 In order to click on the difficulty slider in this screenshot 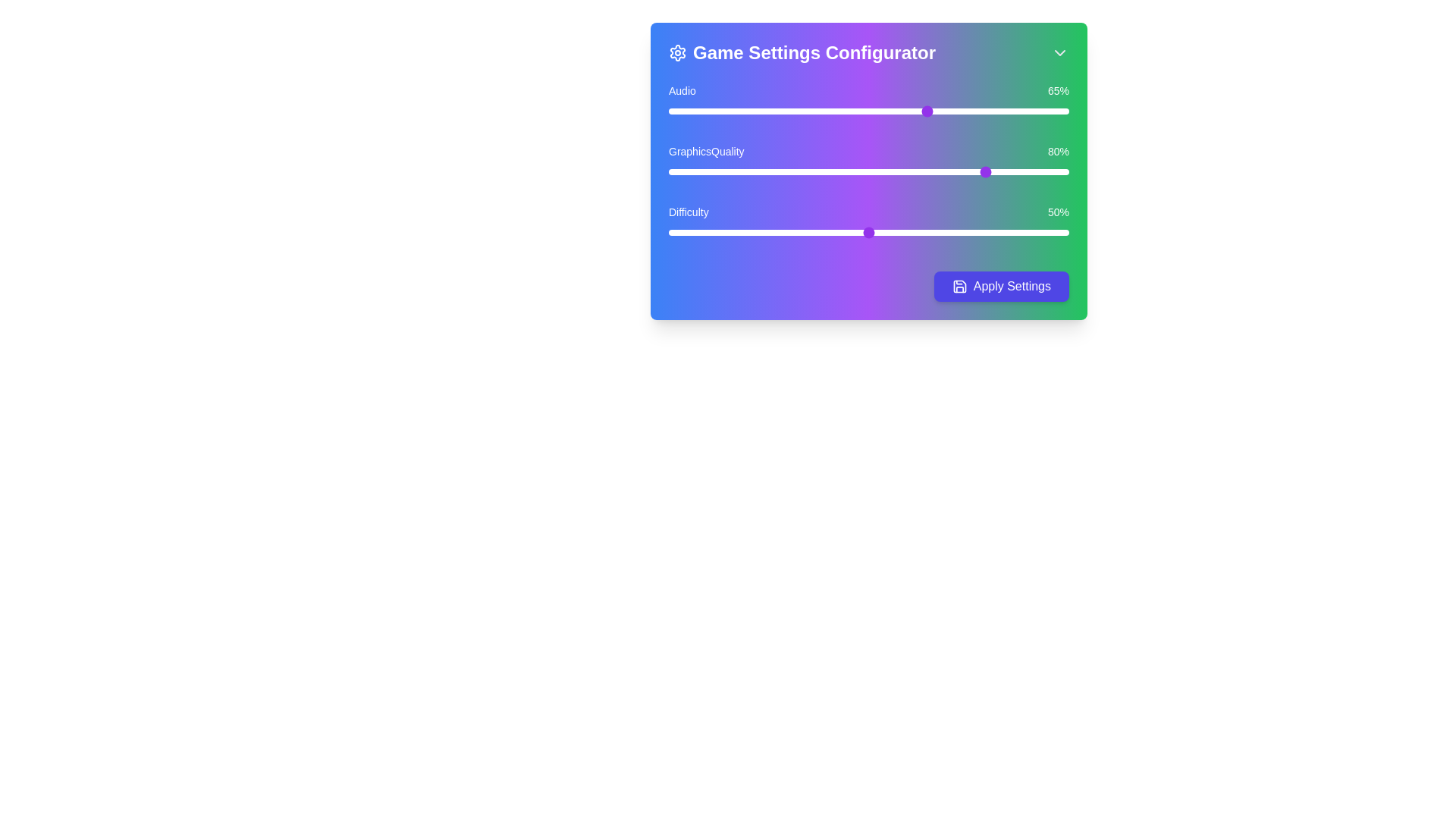, I will do `click(997, 233)`.